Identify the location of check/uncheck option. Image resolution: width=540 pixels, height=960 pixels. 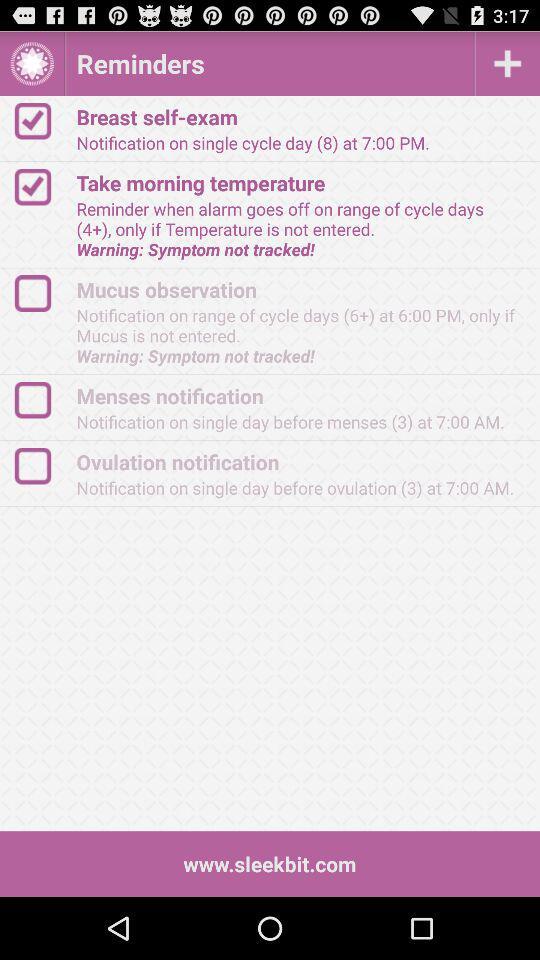
(42, 187).